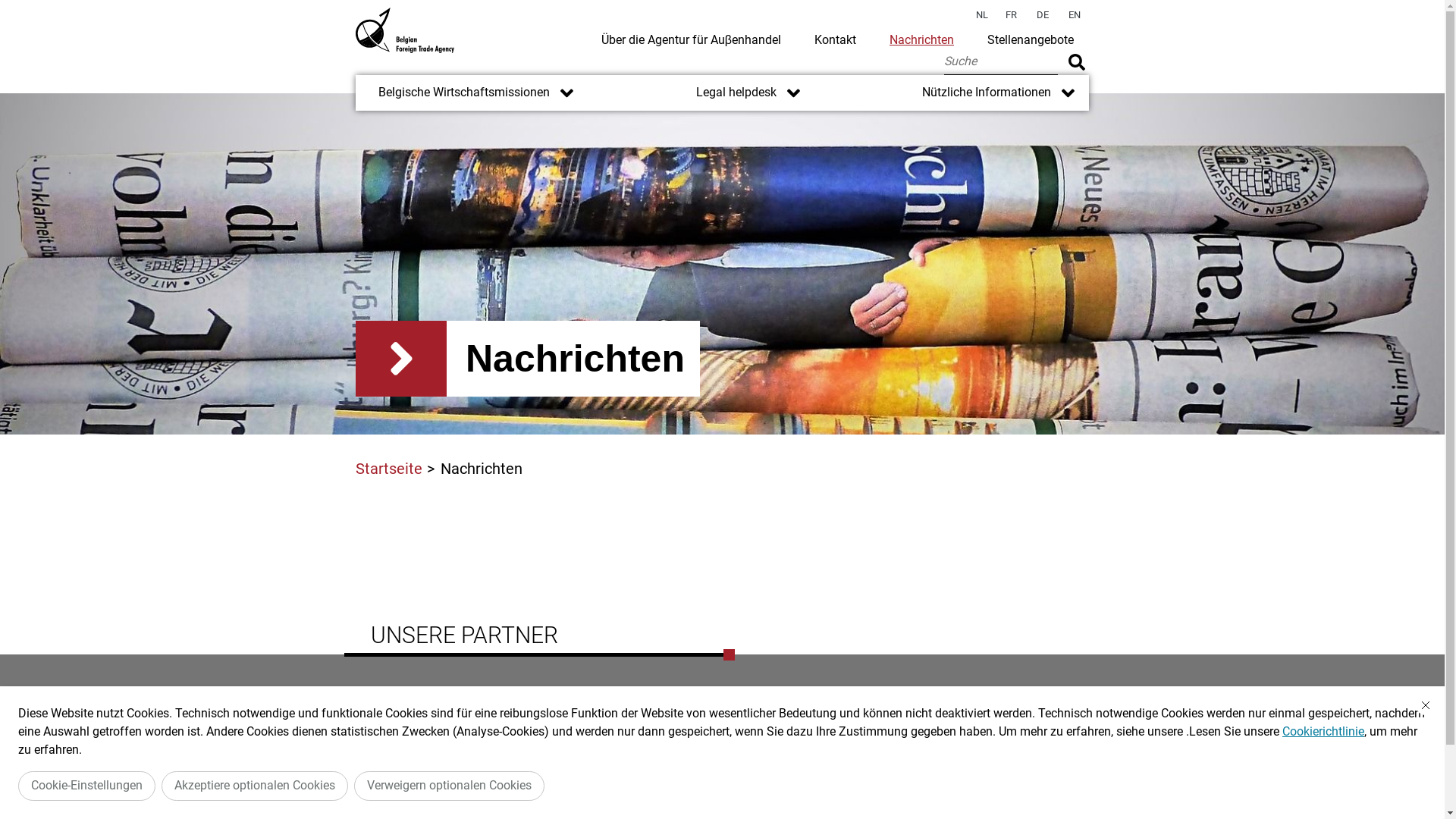 This screenshot has width=1456, height=819. I want to click on 'FR', so click(1011, 15).